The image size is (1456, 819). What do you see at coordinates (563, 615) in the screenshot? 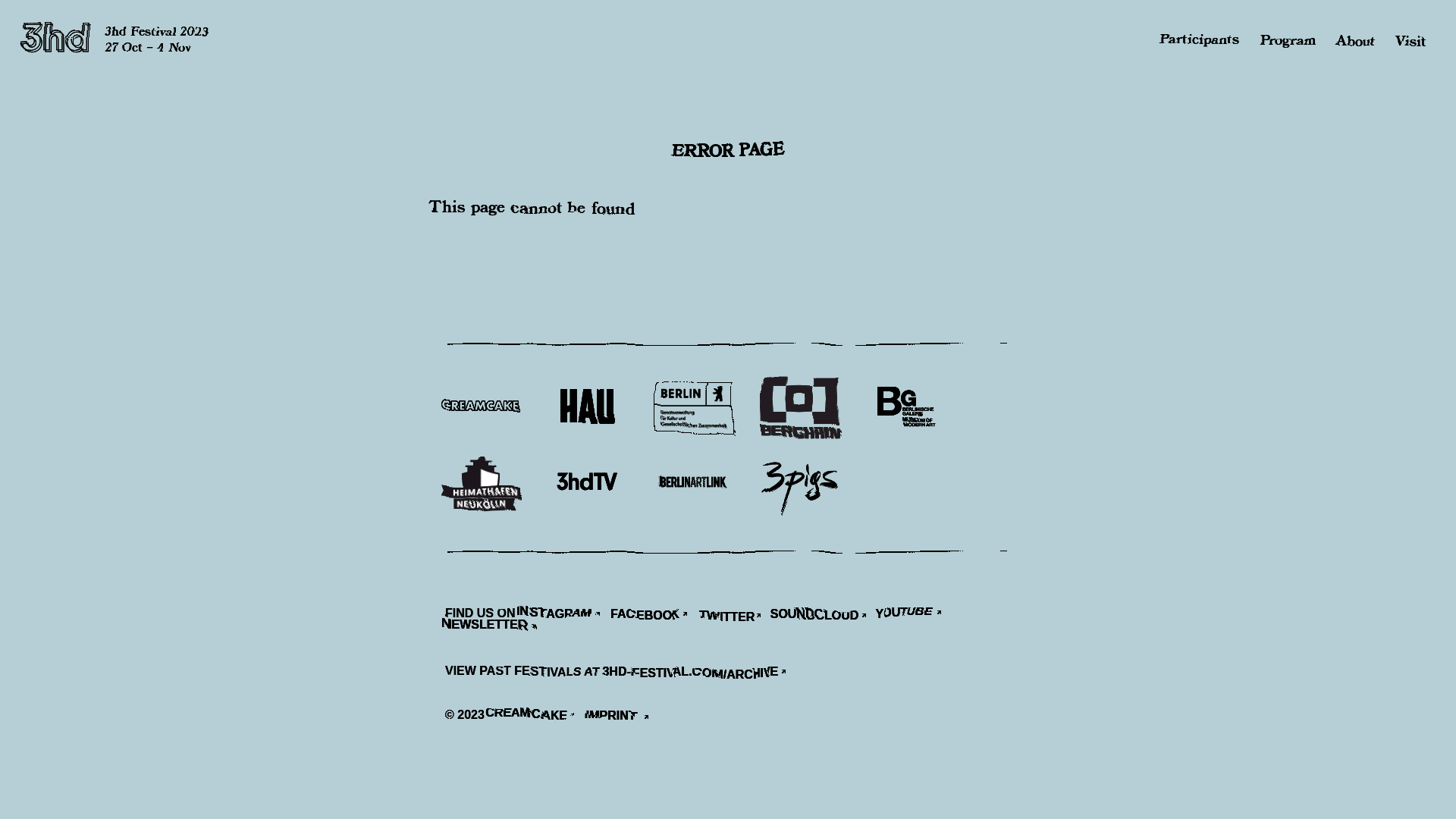
I see `'INSTAGRAM'` at bounding box center [563, 615].